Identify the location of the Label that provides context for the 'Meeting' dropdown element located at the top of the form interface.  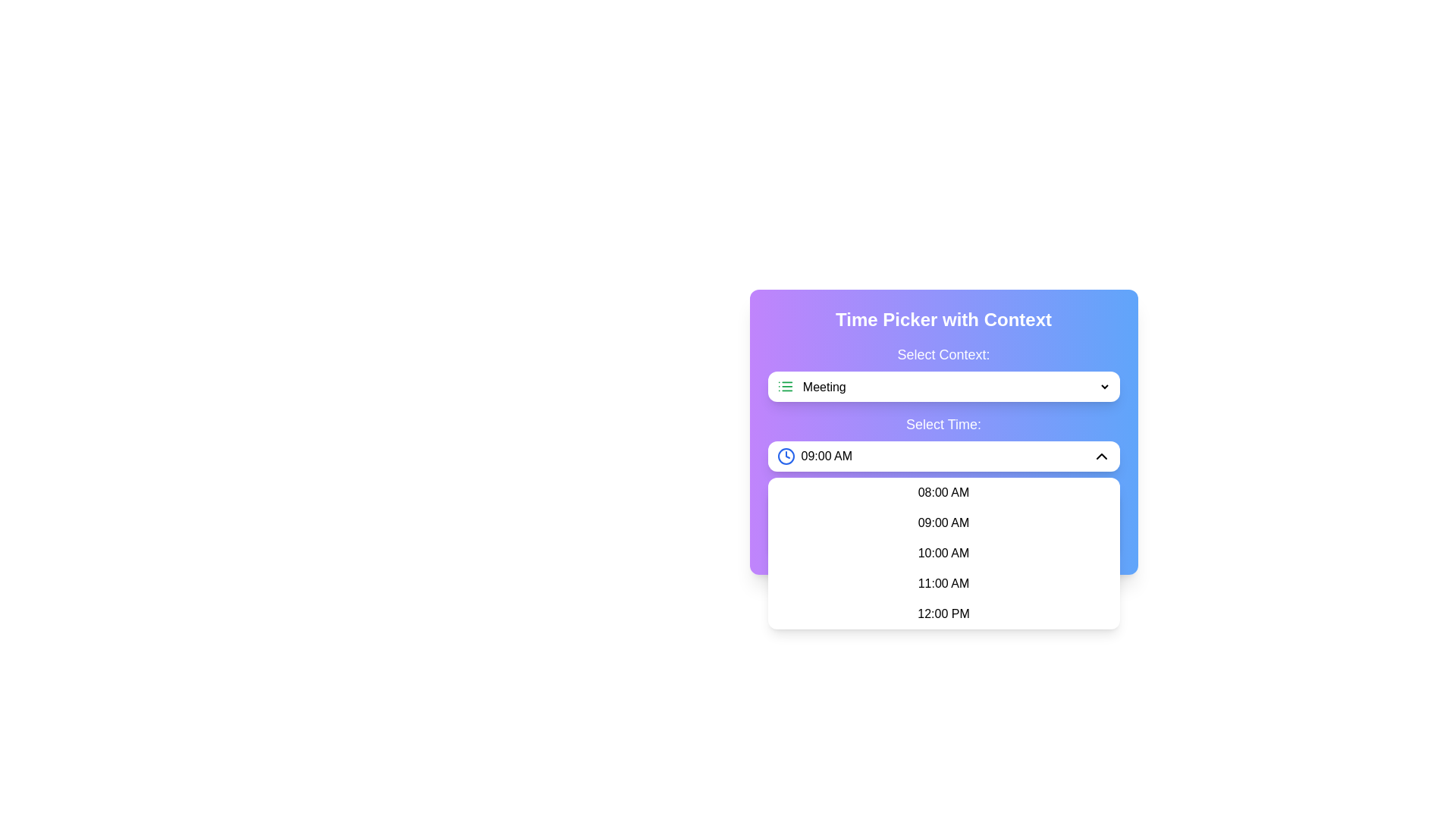
(943, 354).